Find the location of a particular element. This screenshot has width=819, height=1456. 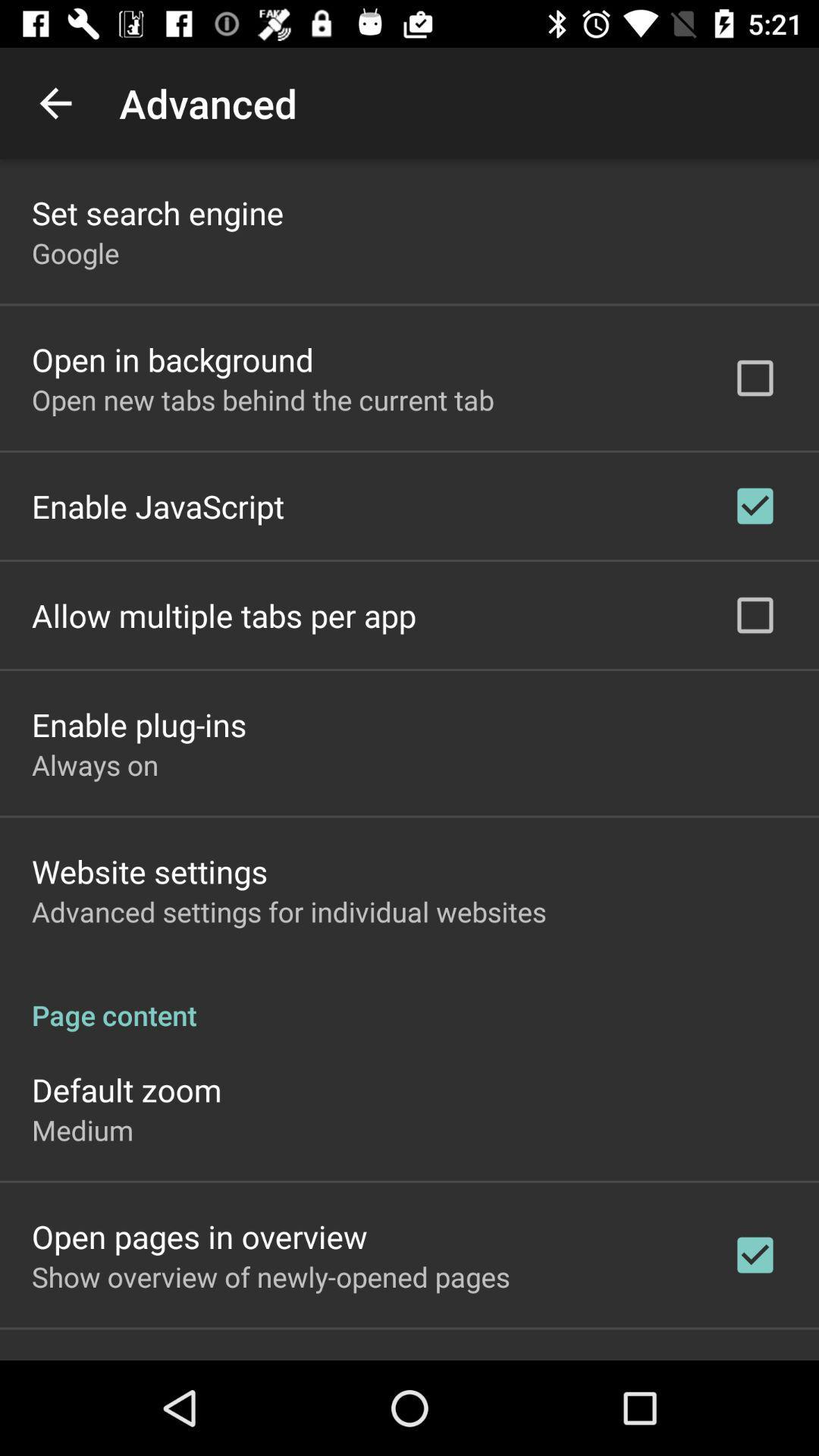

item below page content is located at coordinates (126, 1088).